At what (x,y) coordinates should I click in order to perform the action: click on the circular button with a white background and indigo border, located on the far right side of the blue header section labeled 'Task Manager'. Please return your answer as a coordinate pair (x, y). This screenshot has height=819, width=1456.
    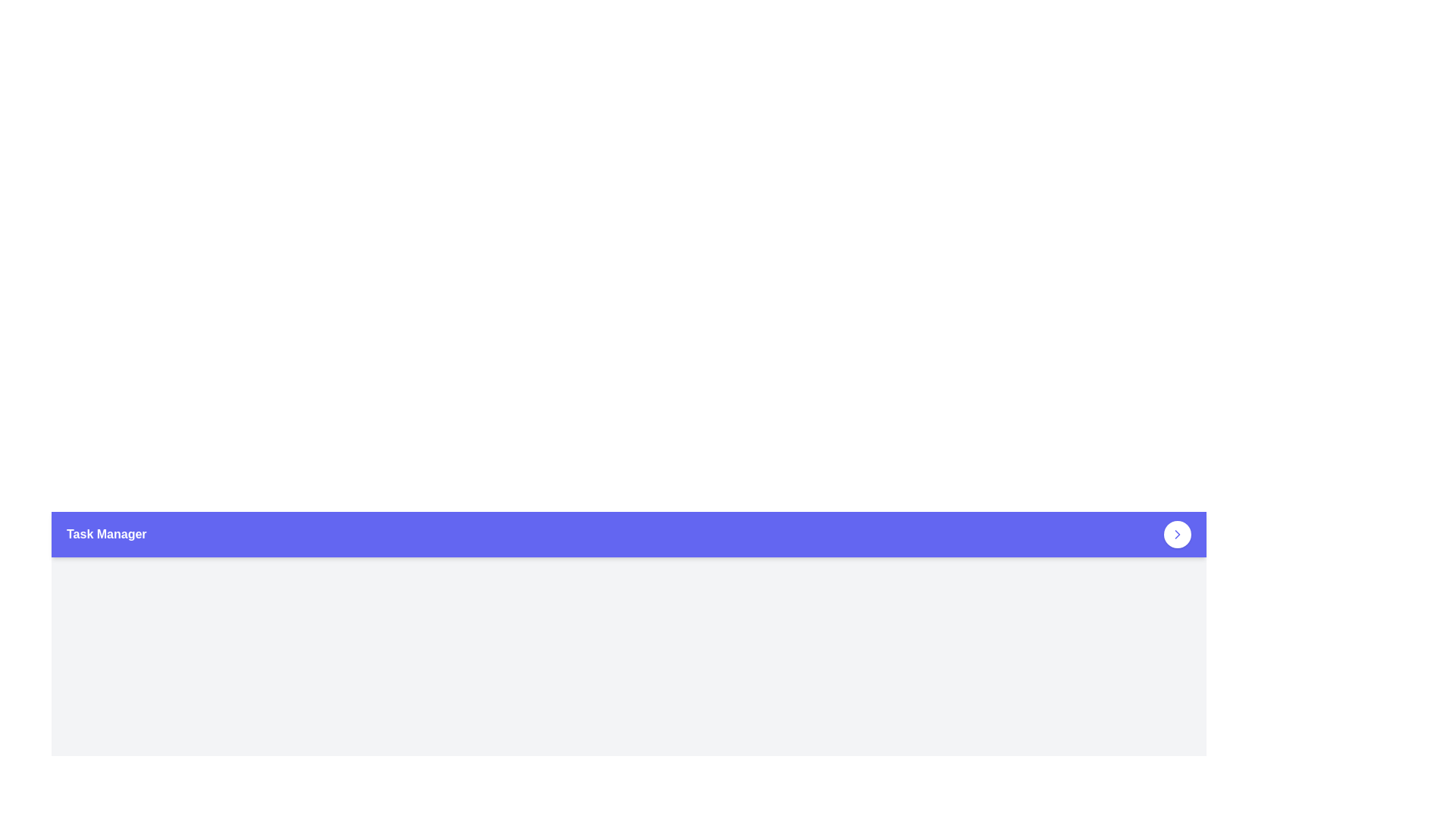
    Looking at the image, I should click on (1177, 534).